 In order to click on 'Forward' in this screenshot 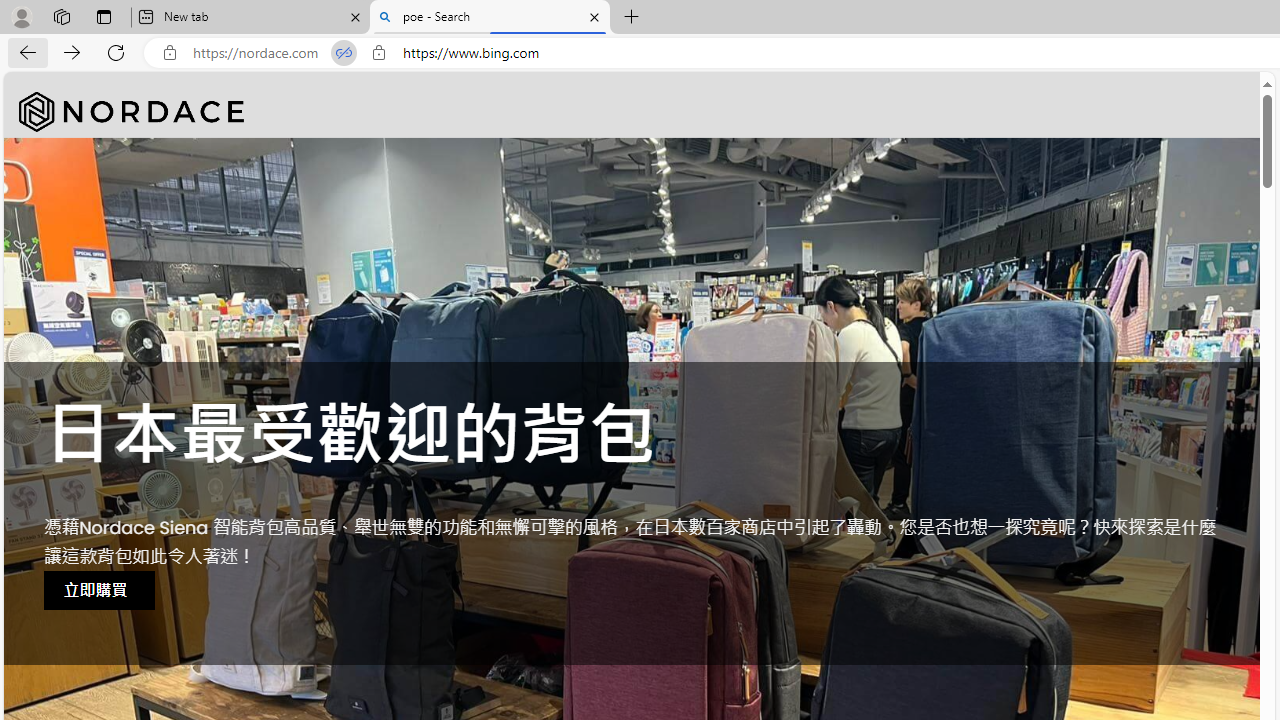, I will do `click(72, 51)`.